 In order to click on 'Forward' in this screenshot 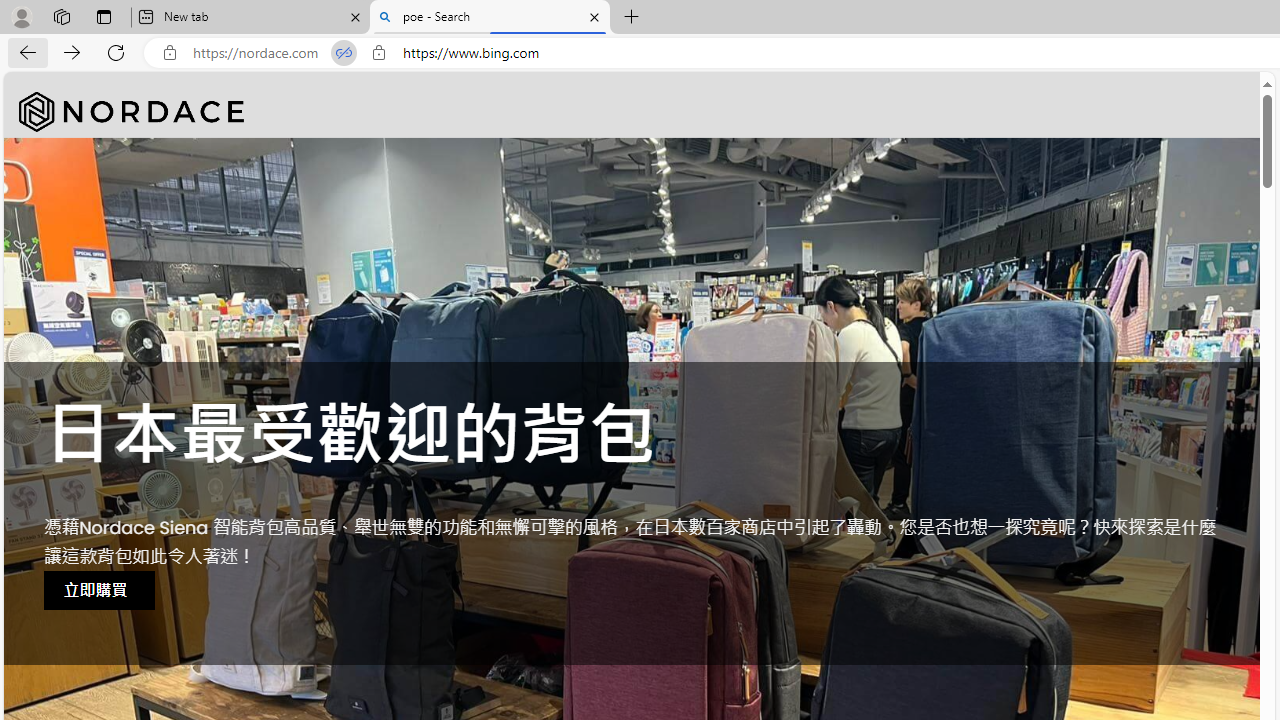, I will do `click(72, 51)`.